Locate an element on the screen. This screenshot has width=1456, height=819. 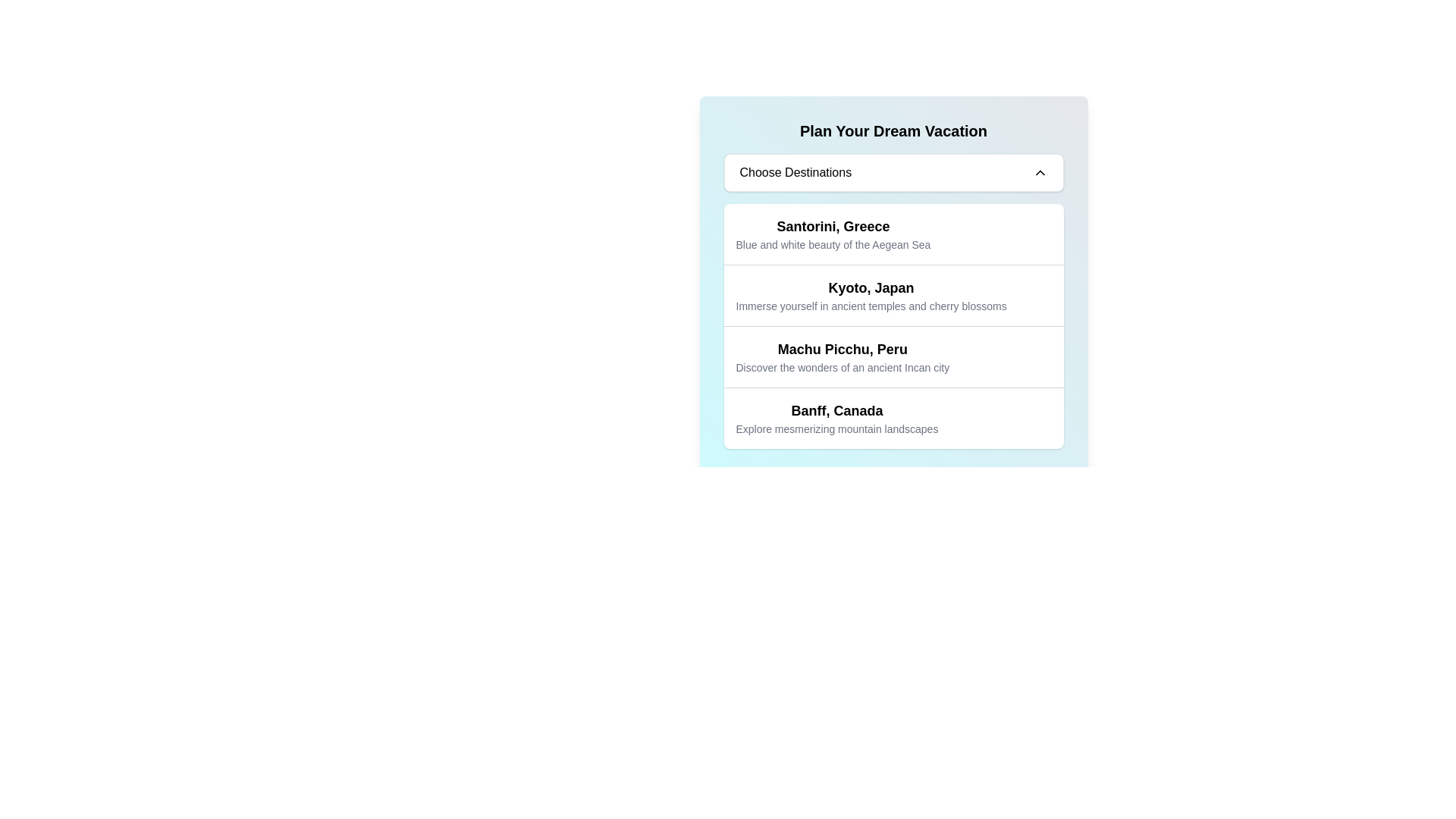
the text block providing details about Machu Picchu in Peru, which is the third item in the vertical list of travel destinations is located at coordinates (842, 356).